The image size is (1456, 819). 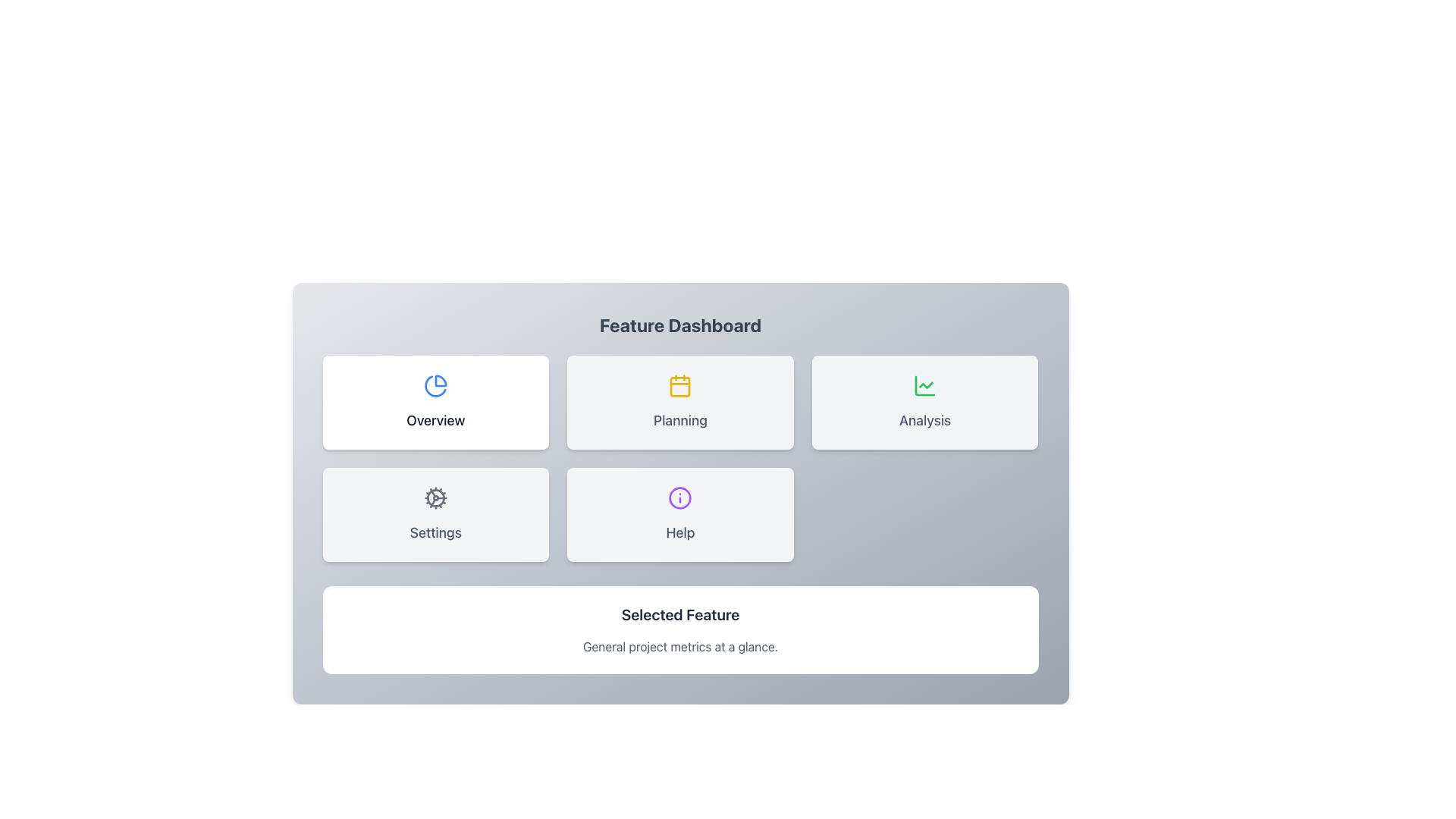 What do you see at coordinates (924, 385) in the screenshot?
I see `the 'Analysis' icon located in the top-right section of the dashboard, which is positioned above the text label within its card` at bounding box center [924, 385].